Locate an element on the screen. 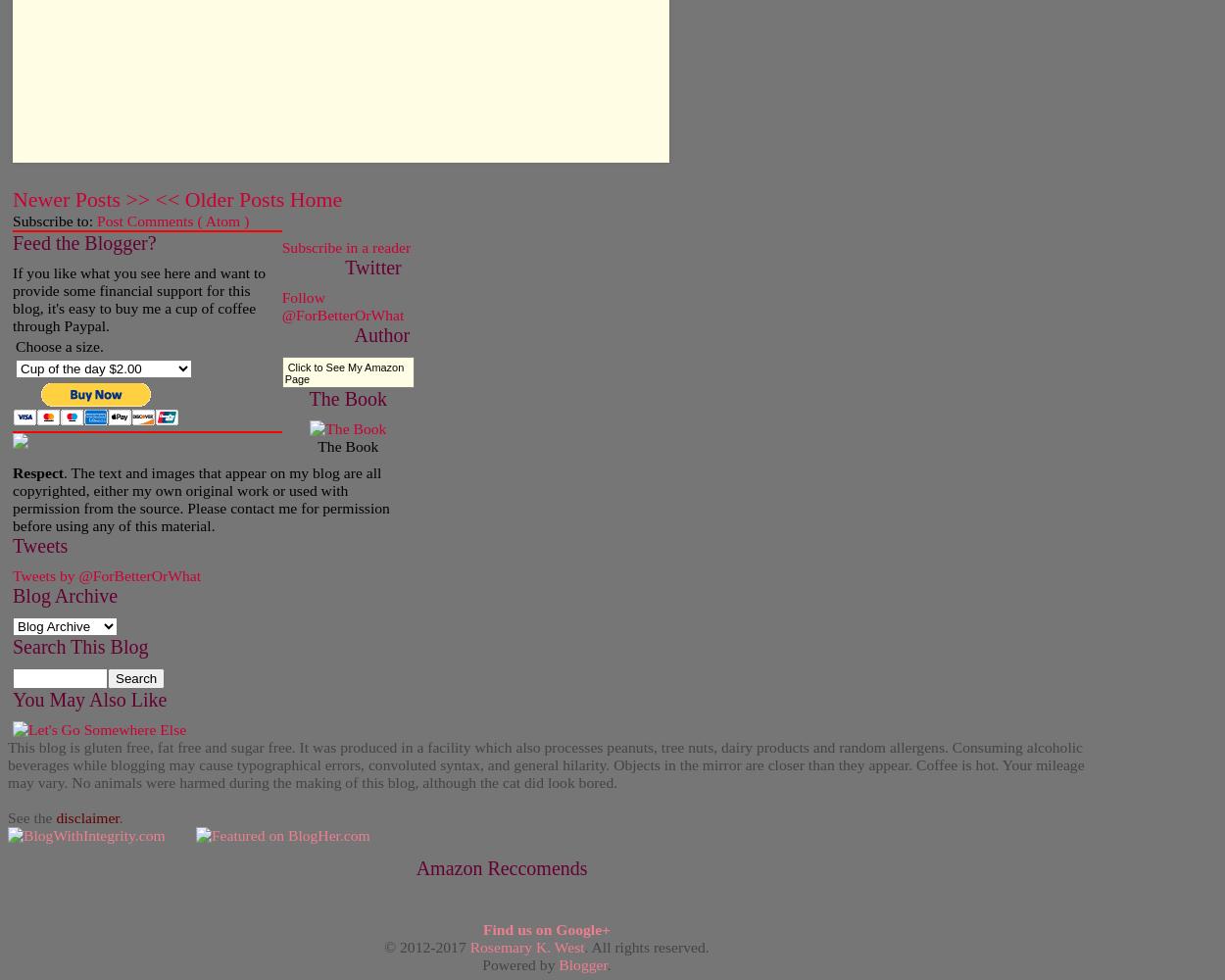 This screenshot has width=1225, height=980. 'Blogger' is located at coordinates (581, 962).